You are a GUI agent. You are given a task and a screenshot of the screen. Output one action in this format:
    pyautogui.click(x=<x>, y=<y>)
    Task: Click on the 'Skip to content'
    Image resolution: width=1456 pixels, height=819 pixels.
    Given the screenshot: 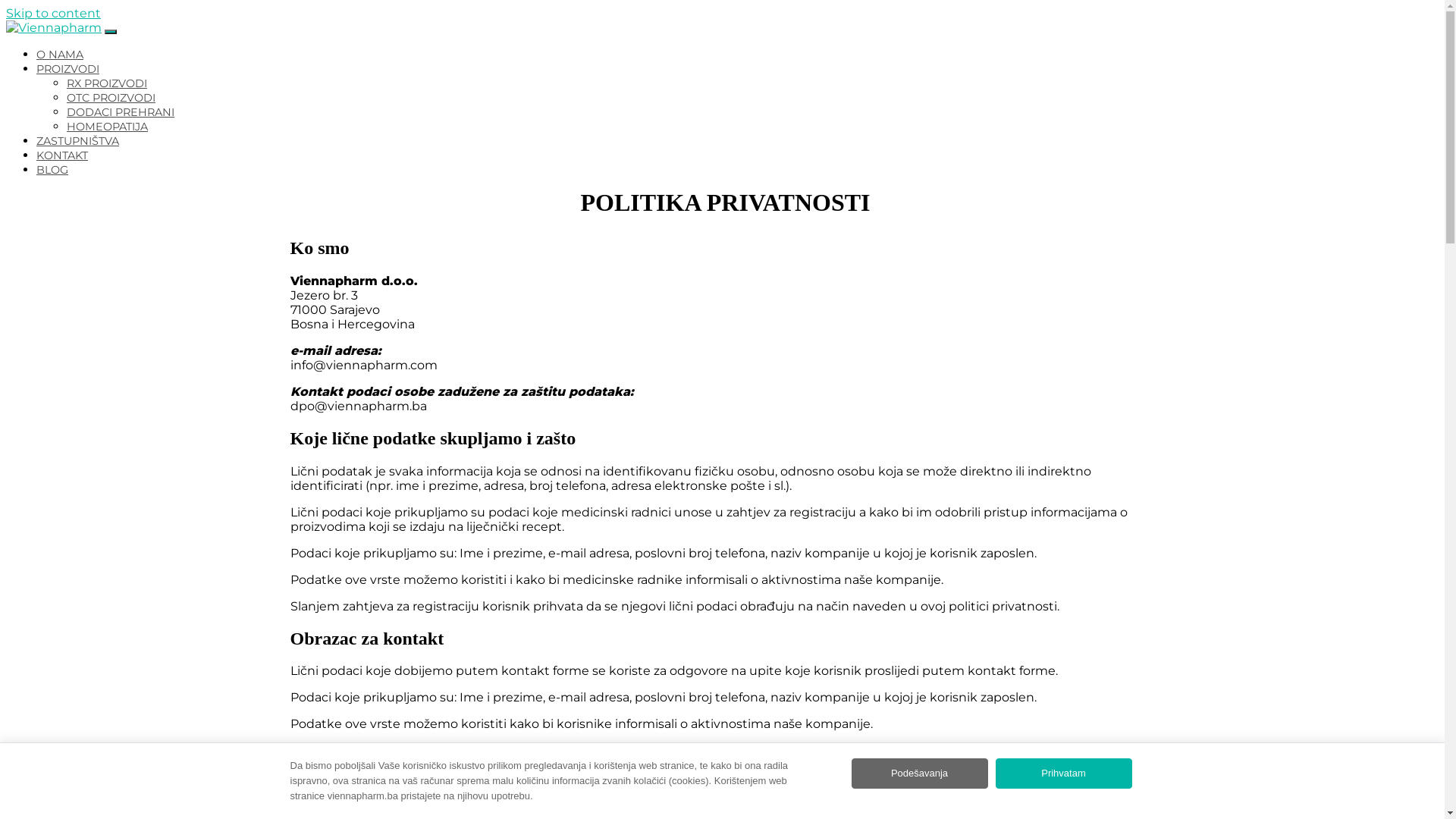 What is the action you would take?
    pyautogui.click(x=53, y=13)
    